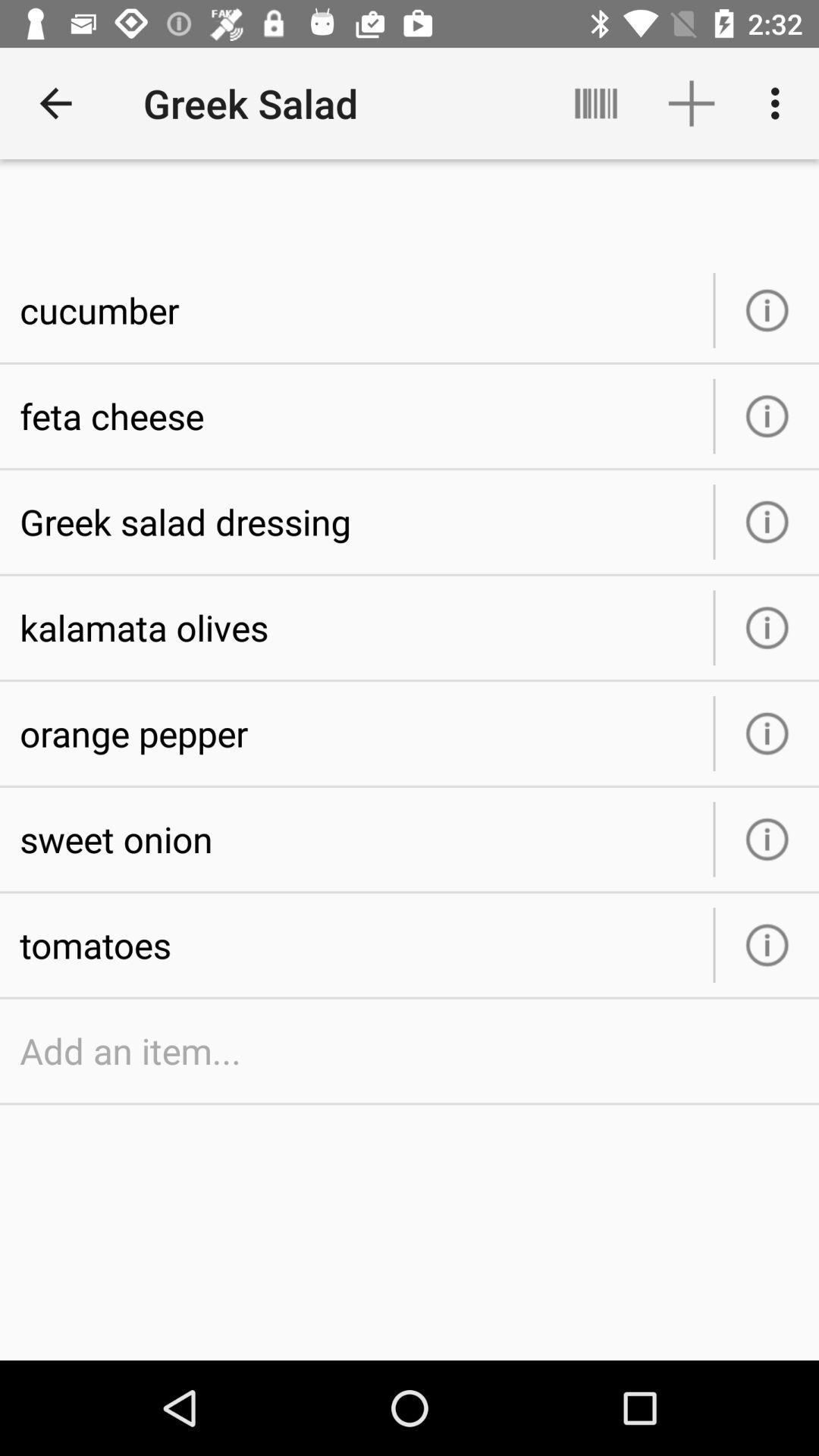  Describe the element at coordinates (595, 102) in the screenshot. I see `icon above the cucumber icon` at that location.